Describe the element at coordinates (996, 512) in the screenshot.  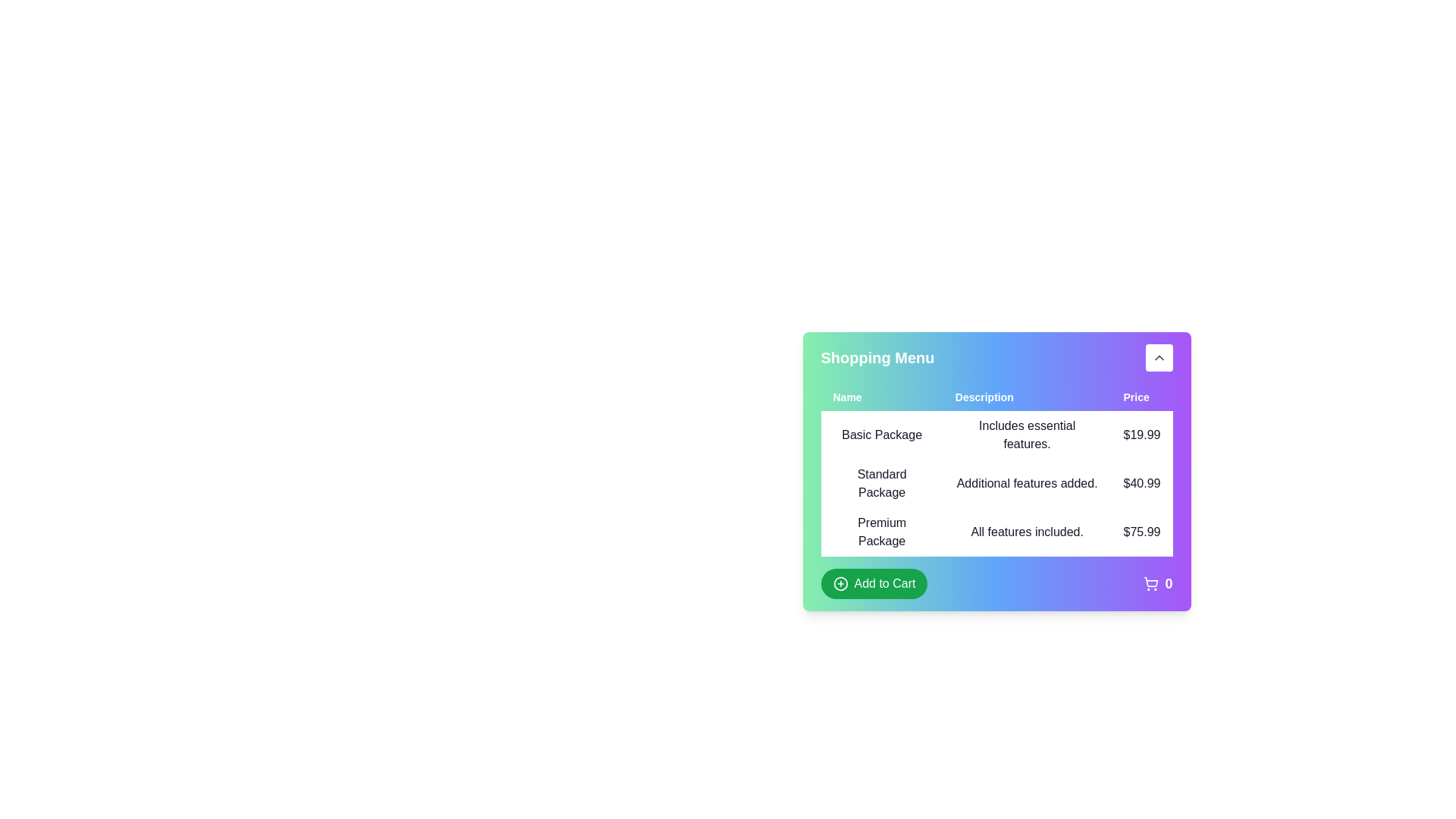
I see `the central modal element displaying shopping-related information, allowing users` at that location.